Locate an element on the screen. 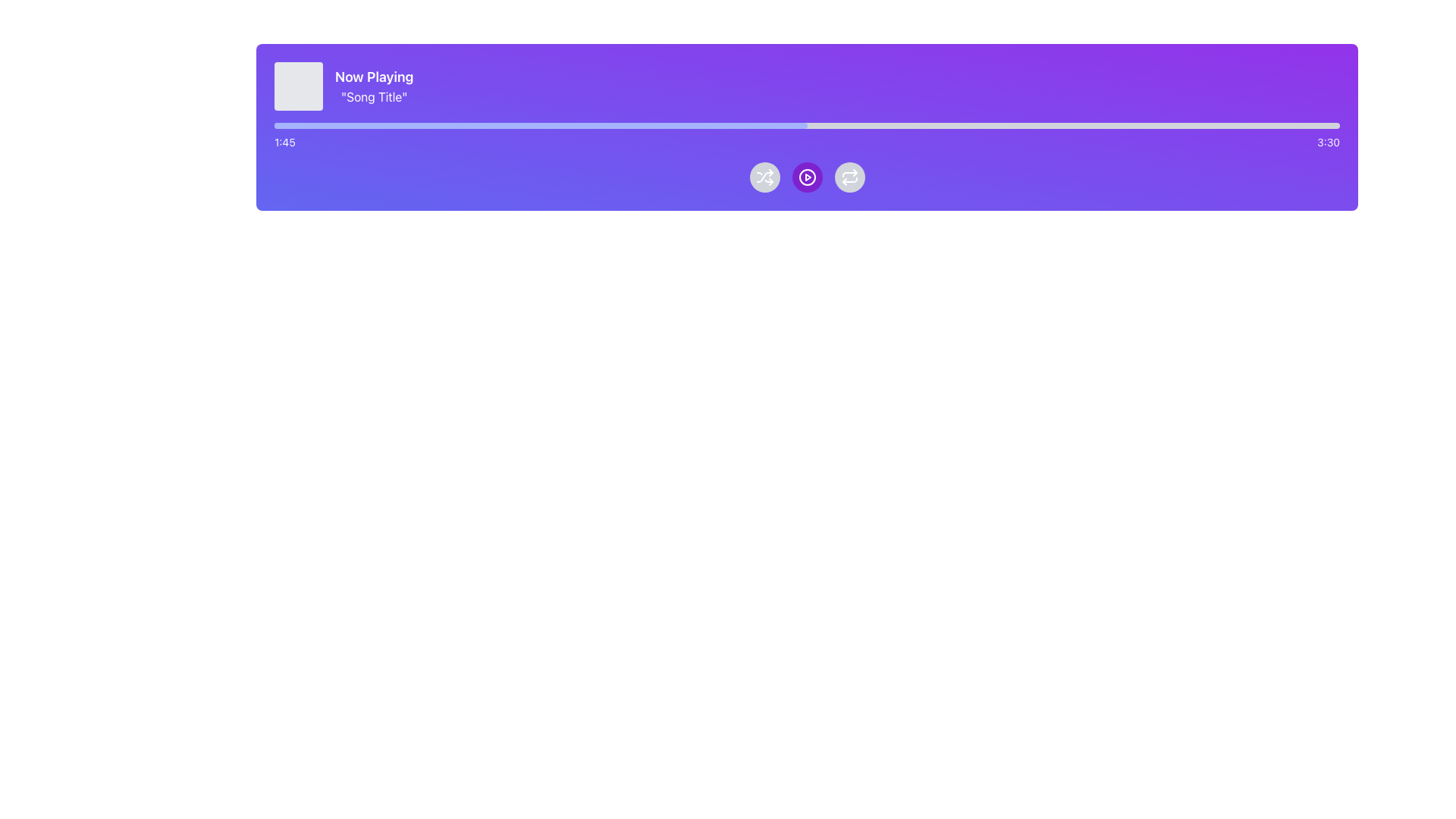  the slider is located at coordinates (528, 124).